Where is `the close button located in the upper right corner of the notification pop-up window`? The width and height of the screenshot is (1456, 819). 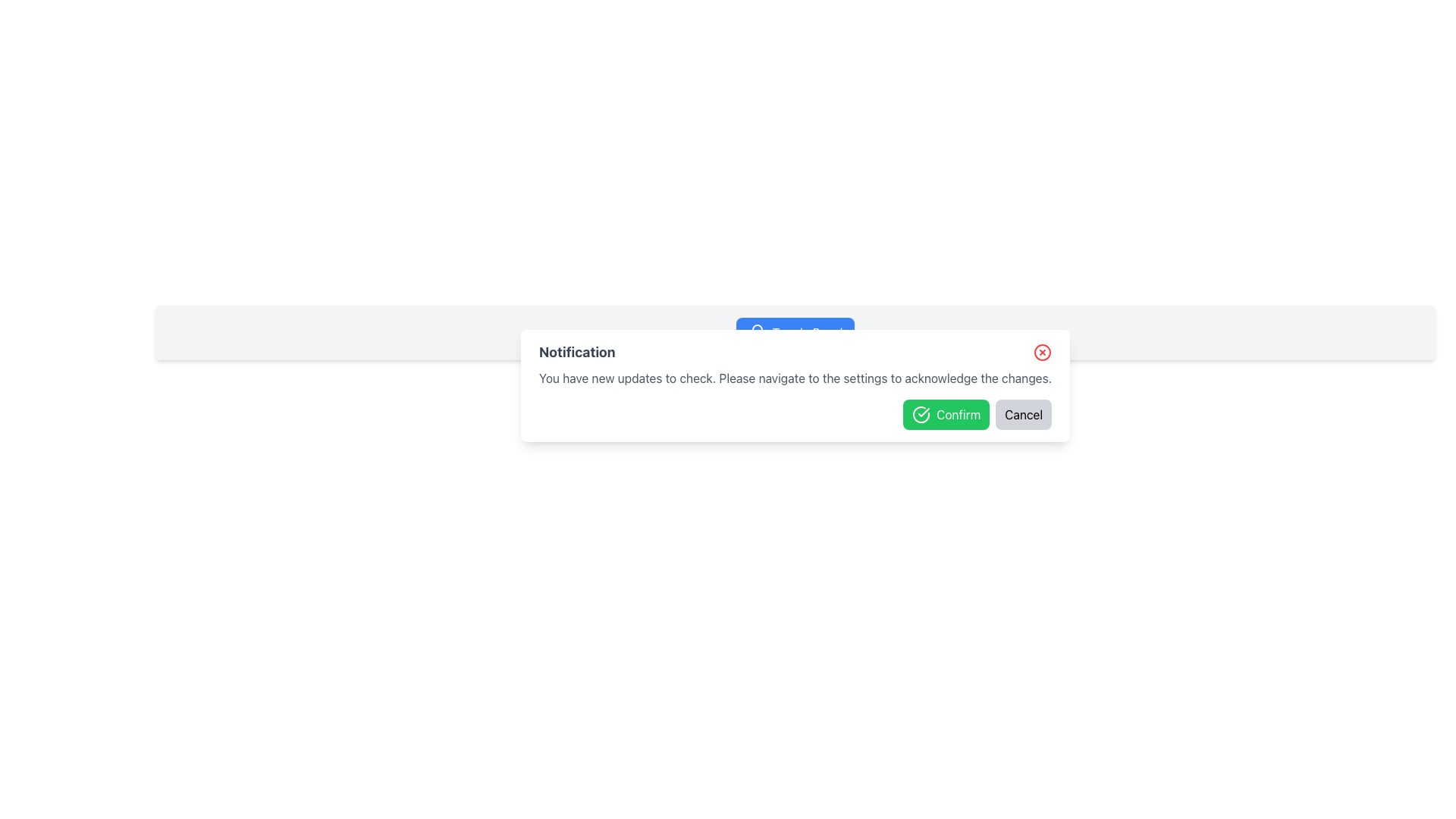
the close button located in the upper right corner of the notification pop-up window is located at coordinates (1042, 353).